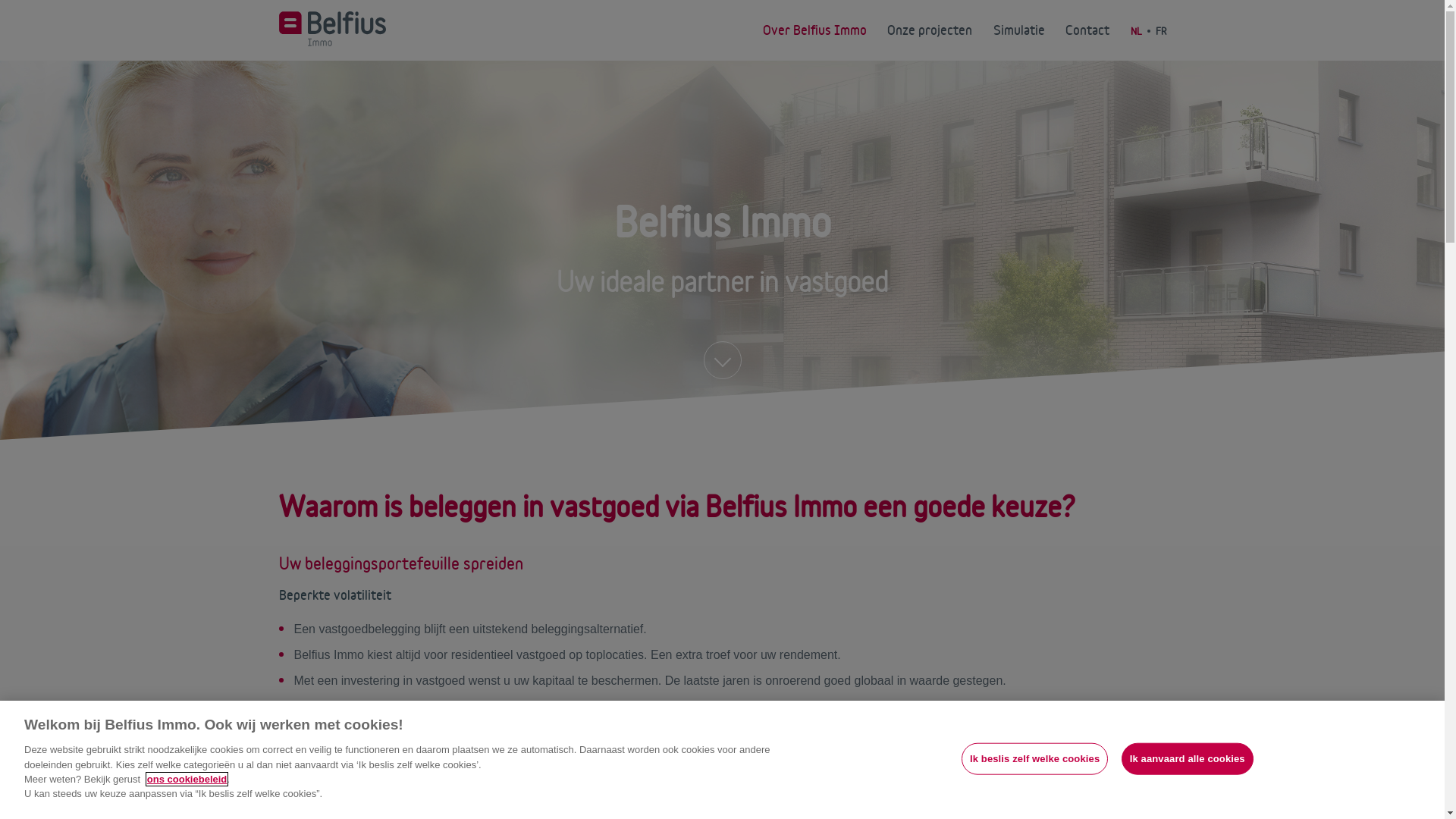  Describe the element at coordinates (1019, 30) in the screenshot. I see `'Simulatie'` at that location.